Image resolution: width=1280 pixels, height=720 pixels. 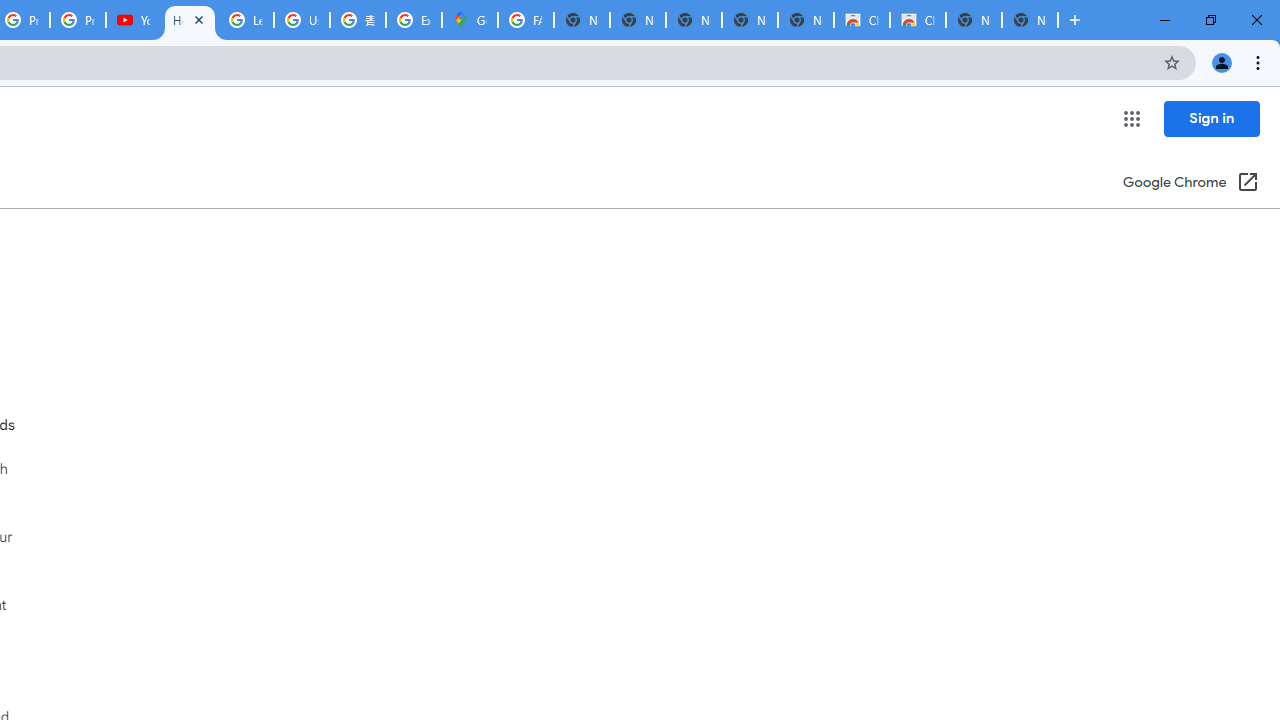 I want to click on 'Google Chrome (Open in a new window)', so click(x=1191, y=183).